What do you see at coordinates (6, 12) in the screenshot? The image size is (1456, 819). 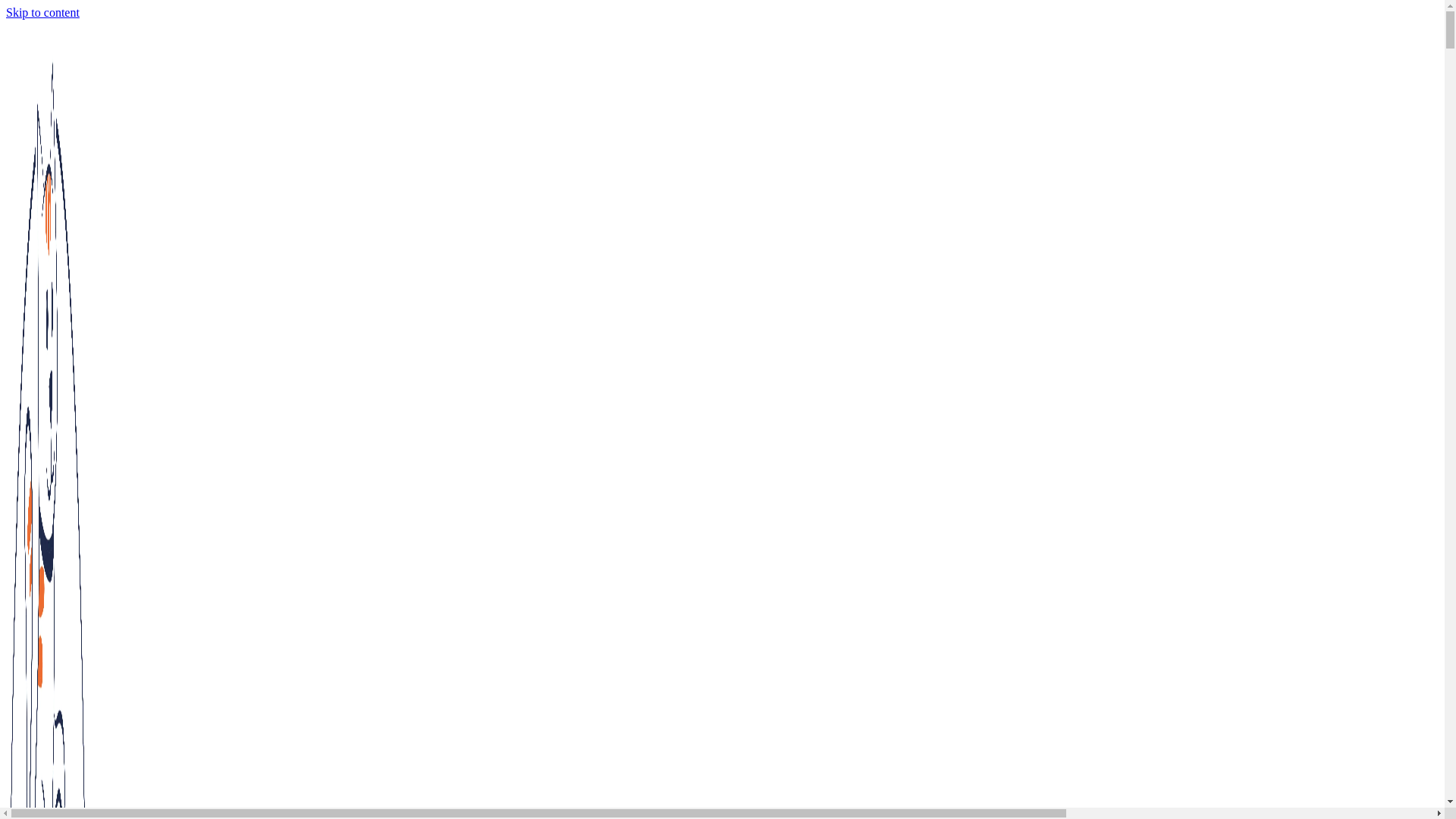 I see `'Skip to content'` at bounding box center [6, 12].